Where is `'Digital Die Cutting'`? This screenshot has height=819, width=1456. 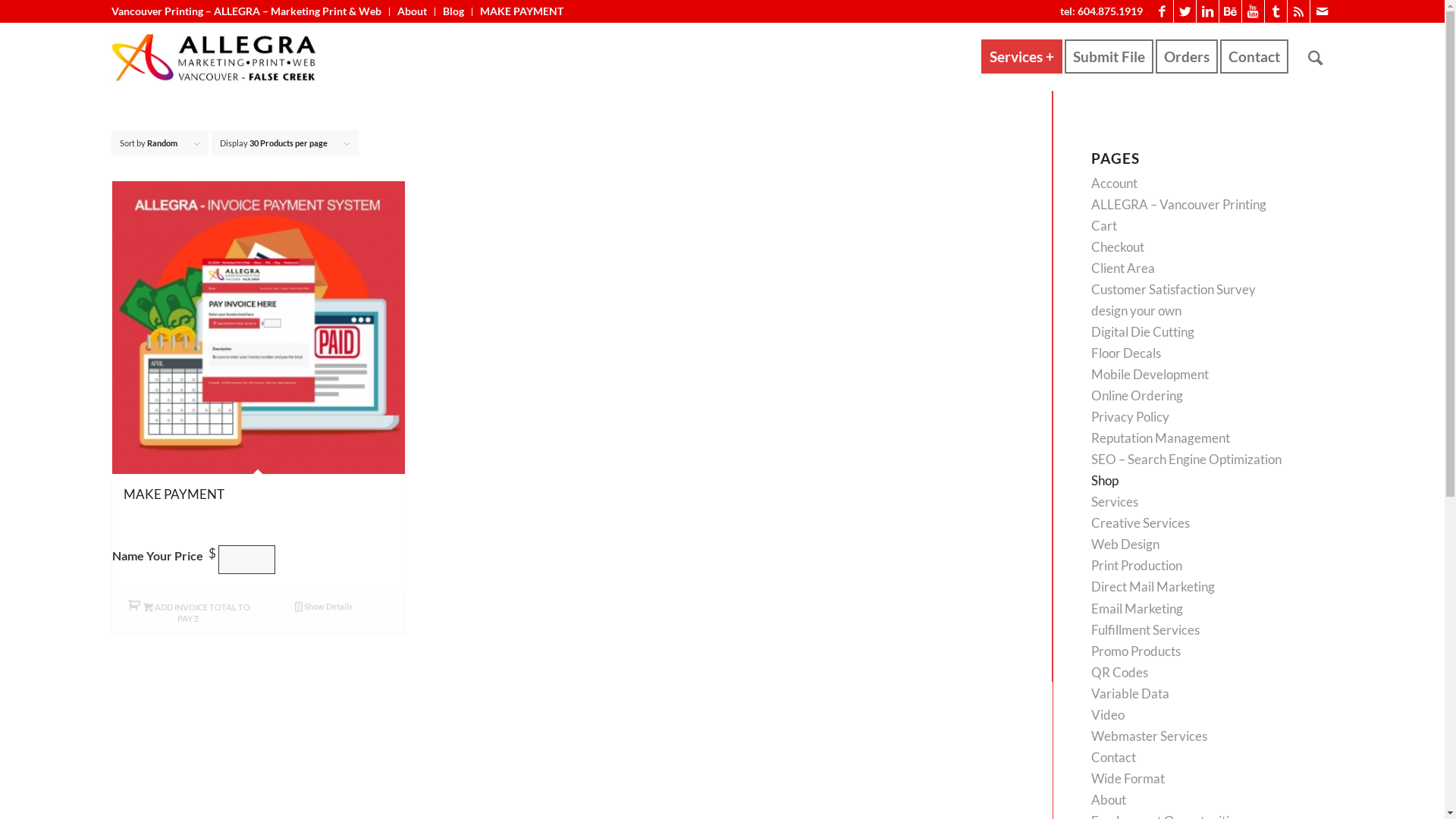
'Digital Die Cutting' is located at coordinates (1143, 331).